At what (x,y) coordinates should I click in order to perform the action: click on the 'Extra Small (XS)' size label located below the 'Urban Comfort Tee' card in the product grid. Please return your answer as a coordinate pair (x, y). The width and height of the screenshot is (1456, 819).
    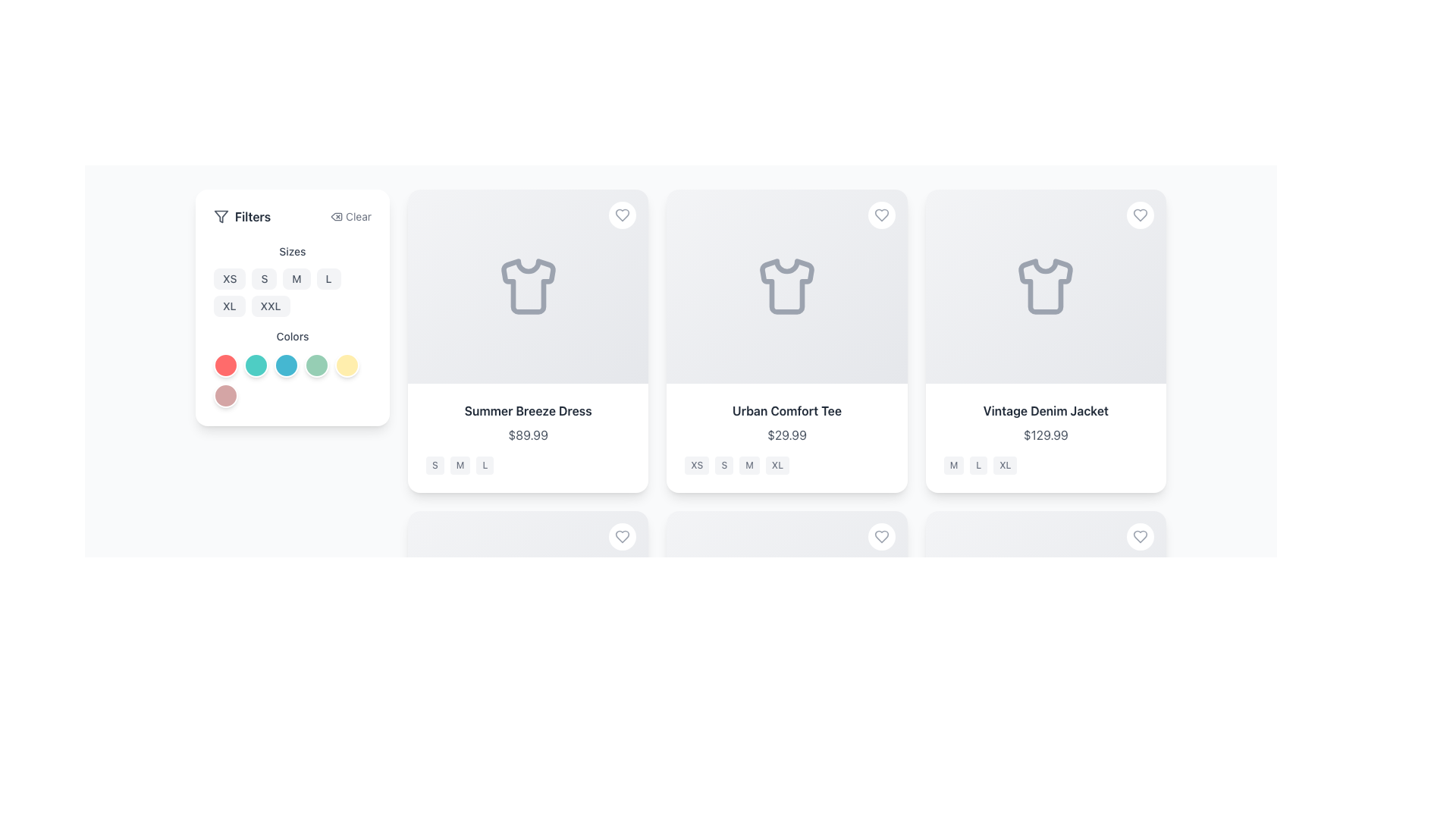
    Looking at the image, I should click on (696, 464).